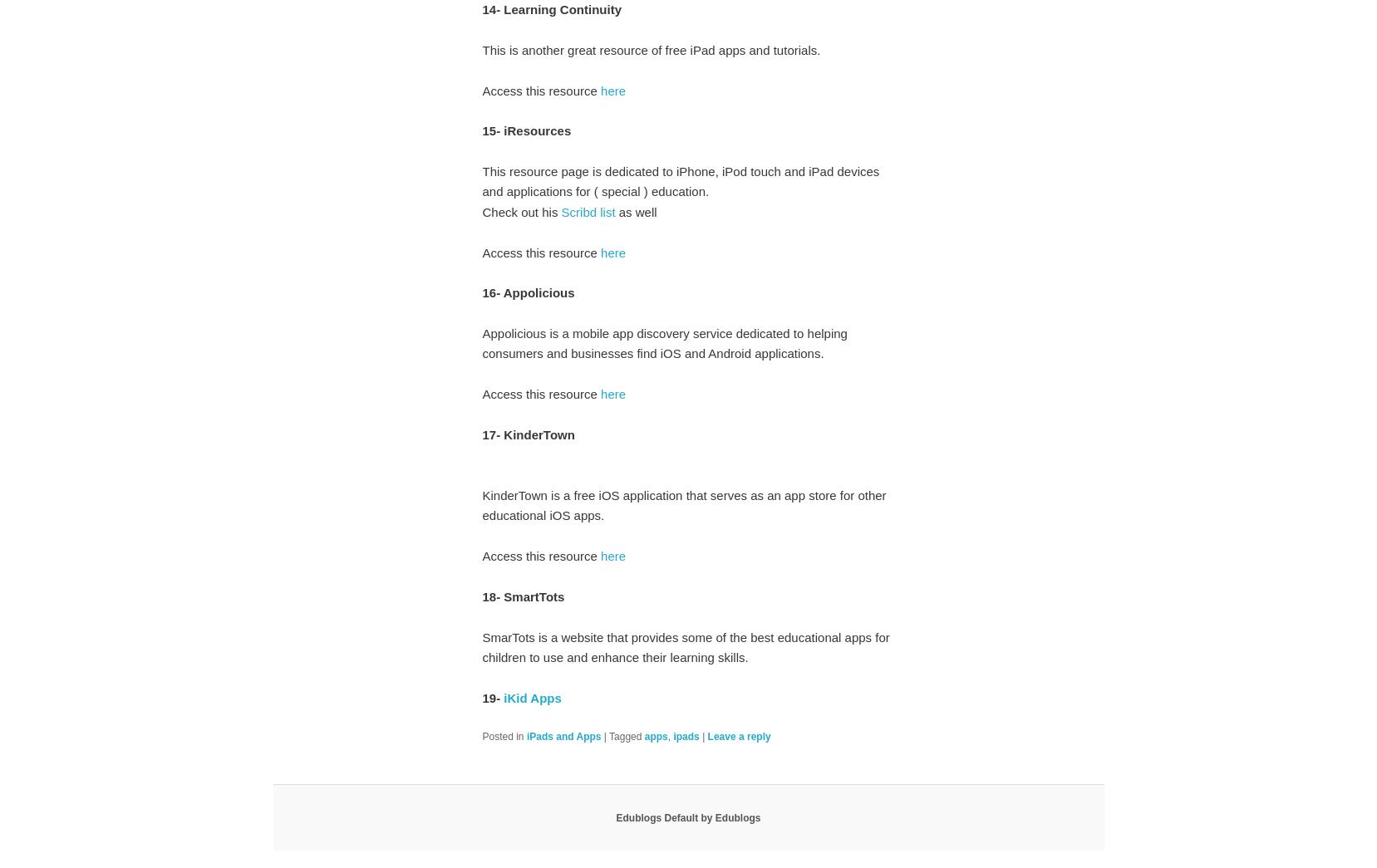 The height and width of the screenshot is (868, 1377). Describe the element at coordinates (687, 816) in the screenshot. I see `'Edublogs Default by Edublogs'` at that location.